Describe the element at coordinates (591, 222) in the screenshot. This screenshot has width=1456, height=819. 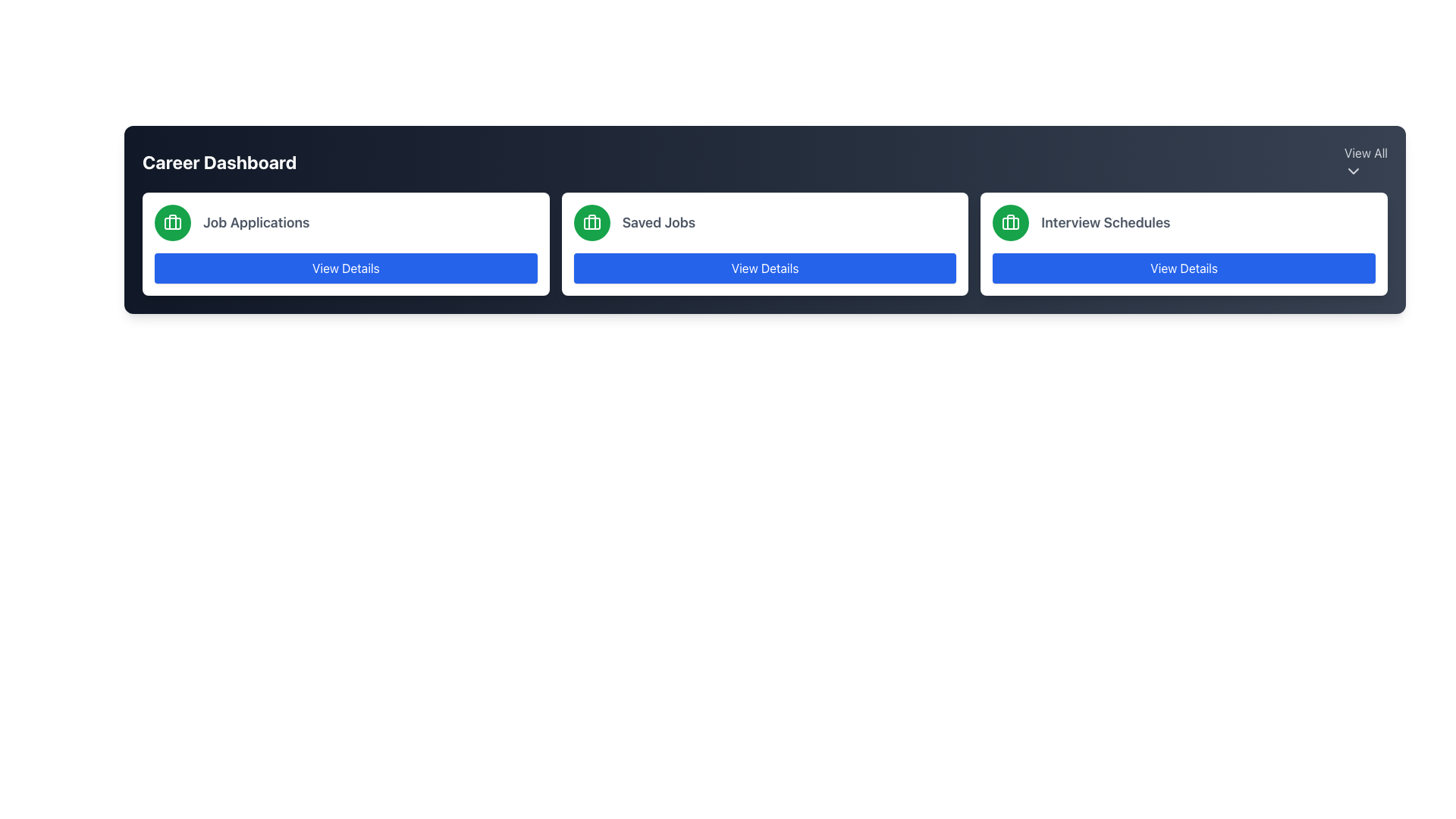
I see `the circular green icon with a white suitcase graphic located in the upper-left section of the 'Saved Jobs' card` at that location.